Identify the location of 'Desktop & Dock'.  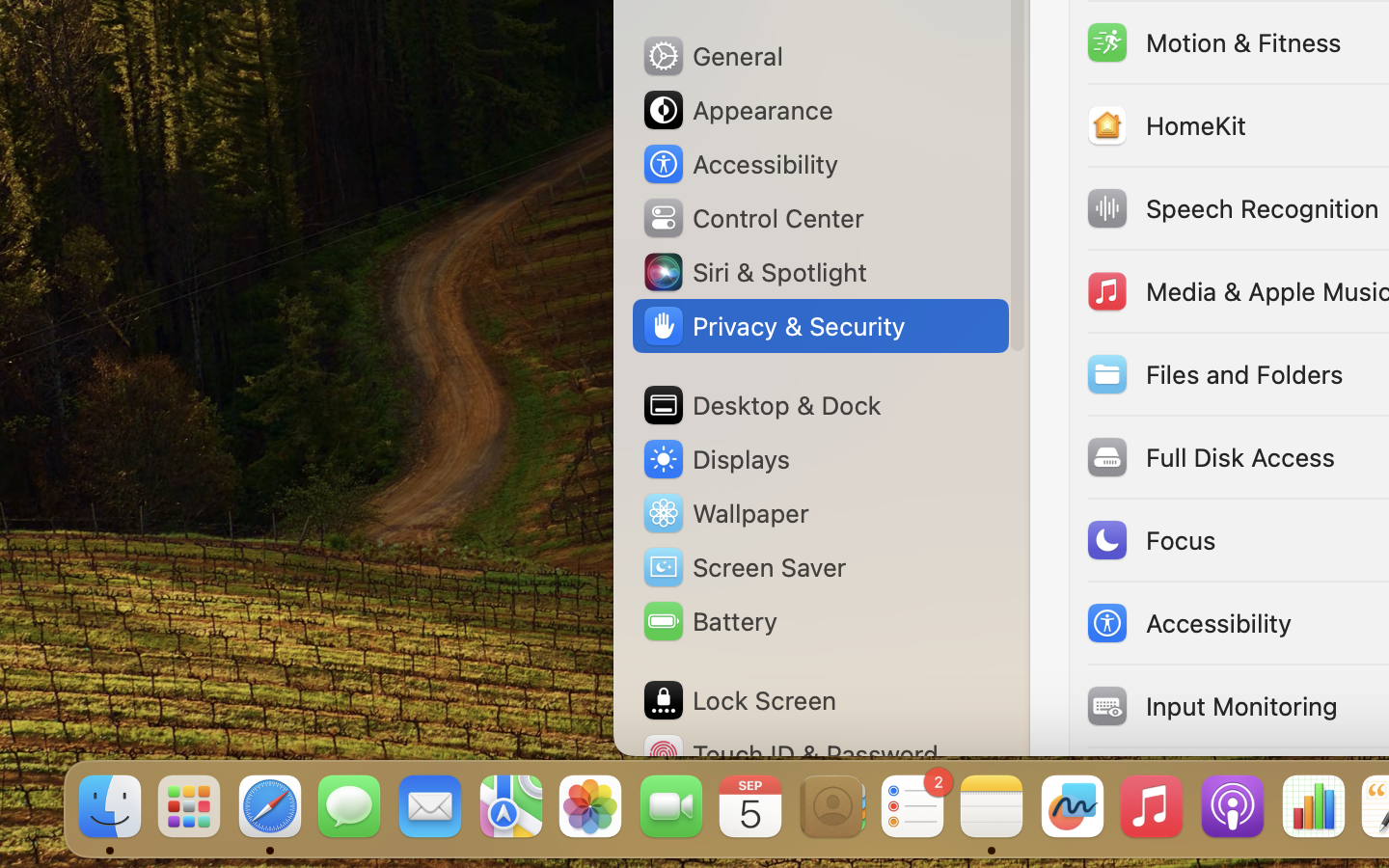
(760, 405).